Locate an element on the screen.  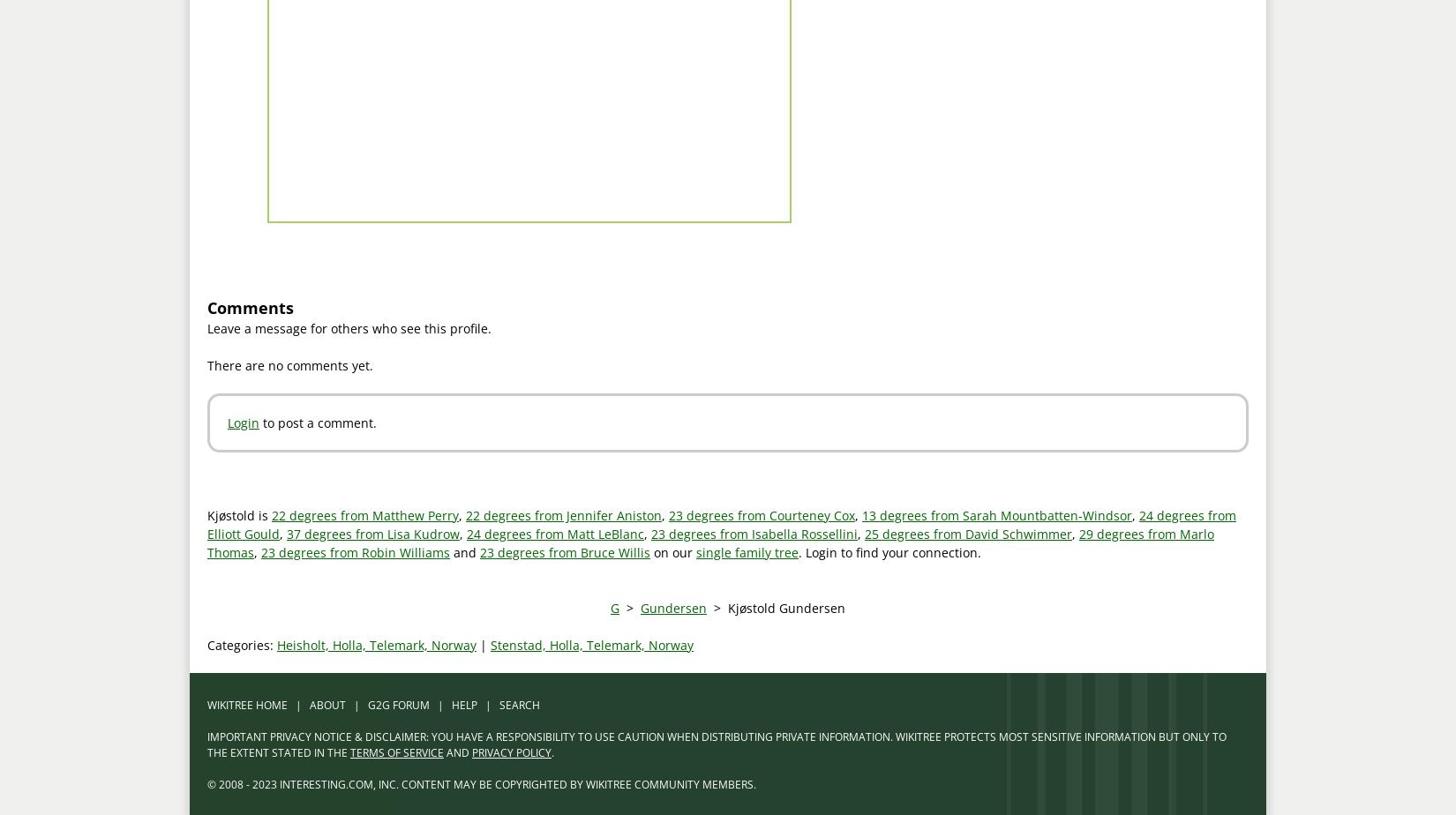
'Kjøstold is' is located at coordinates (239, 514).